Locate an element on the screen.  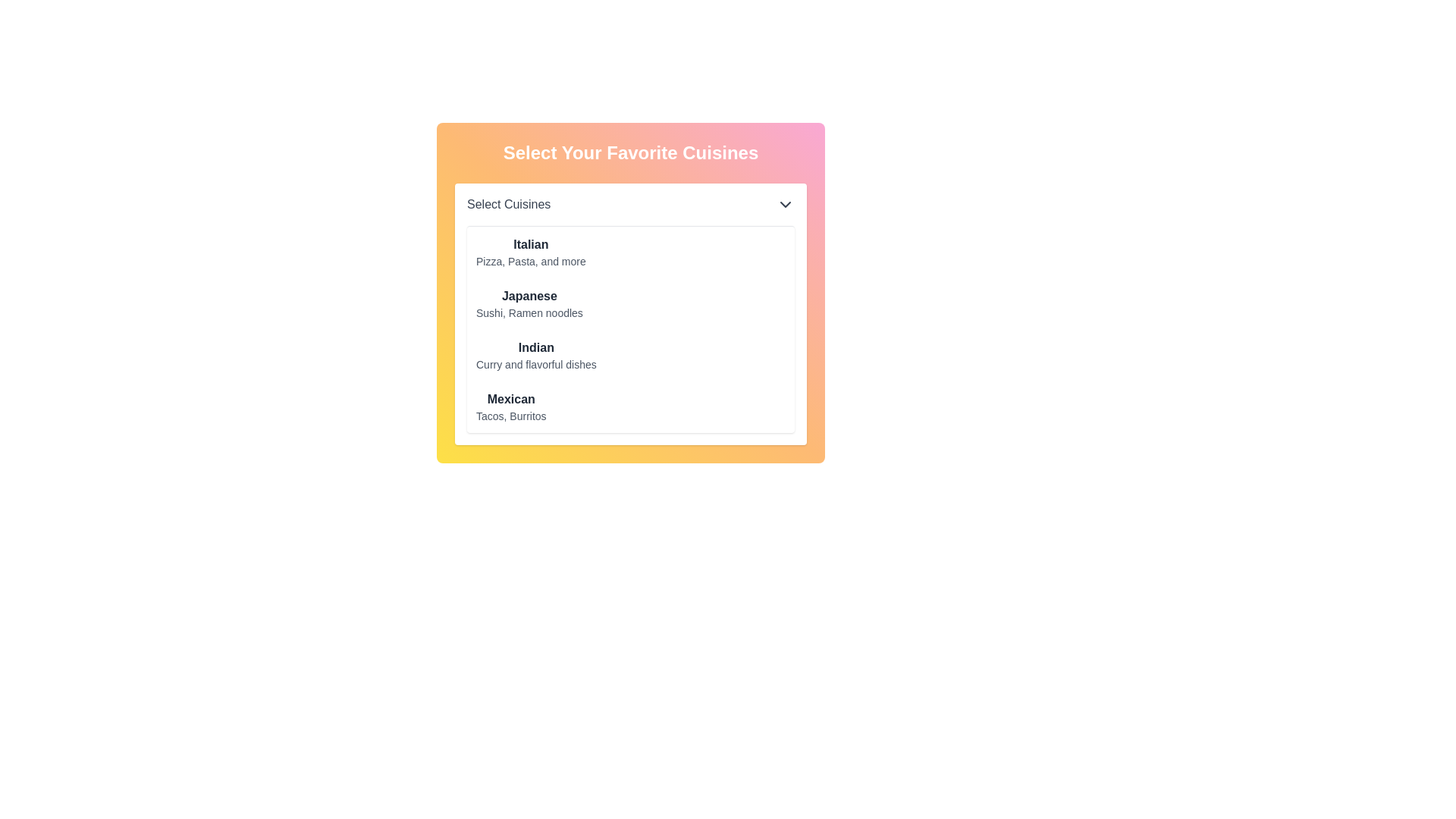
the text label displaying 'Pizza, Pasta, and more', which is located beneath the 'Italian' heading in the dropdown menu is located at coordinates (531, 260).